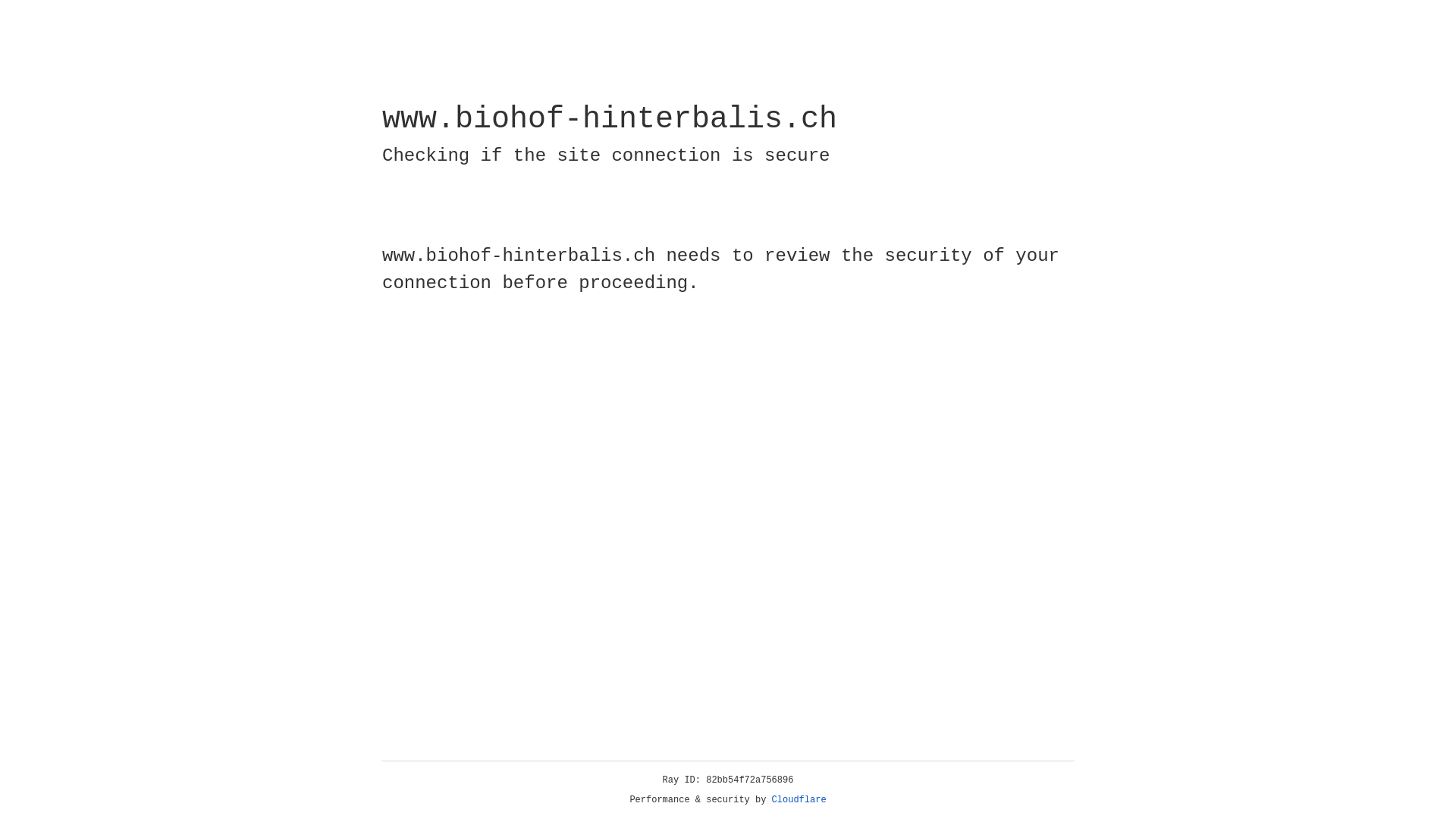 This screenshot has width=1456, height=819. What do you see at coordinates (771, 799) in the screenshot?
I see `'Cloudflare'` at bounding box center [771, 799].